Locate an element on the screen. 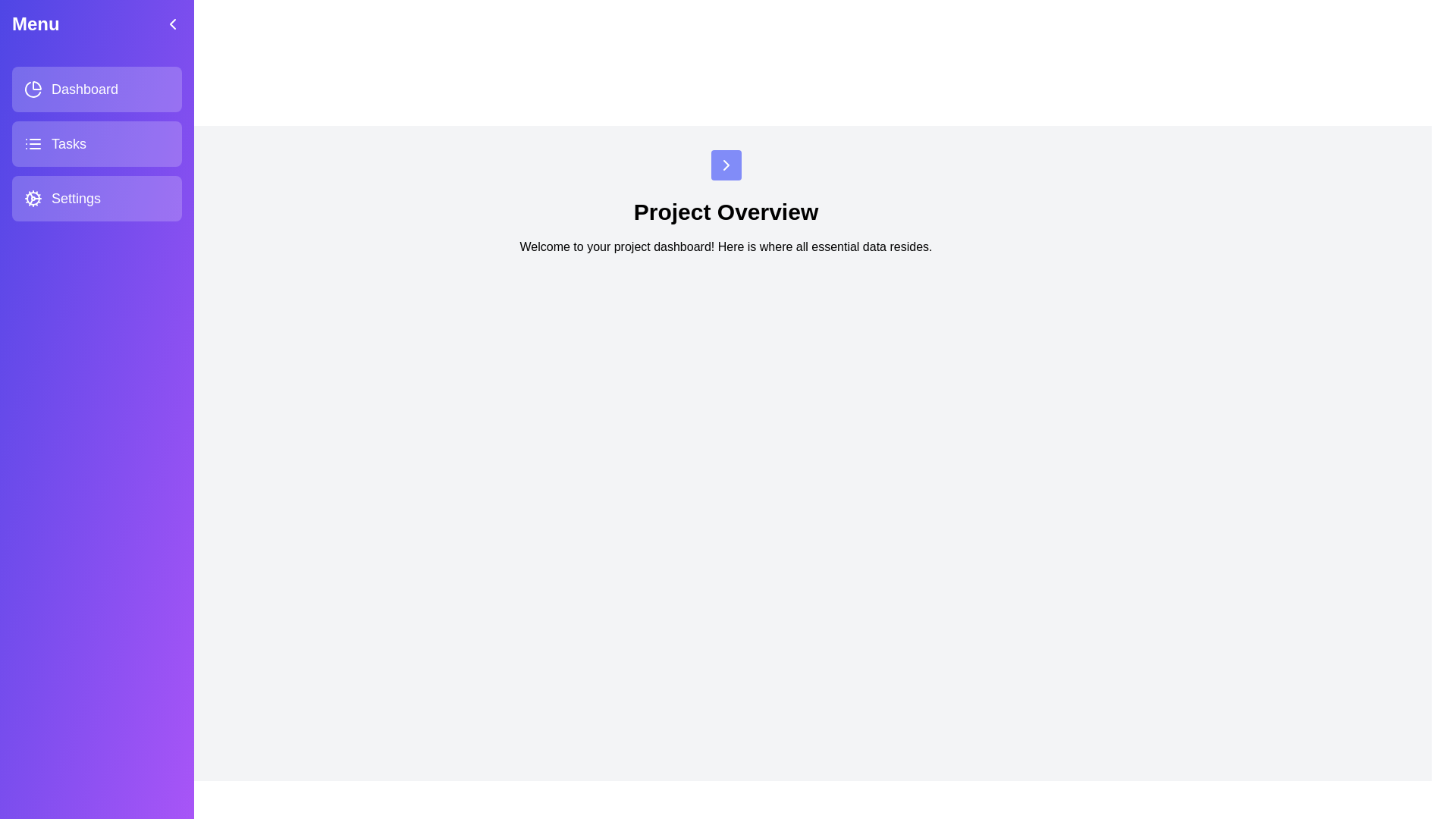  the navigation menu item corresponding to Tasks is located at coordinates (96, 143).